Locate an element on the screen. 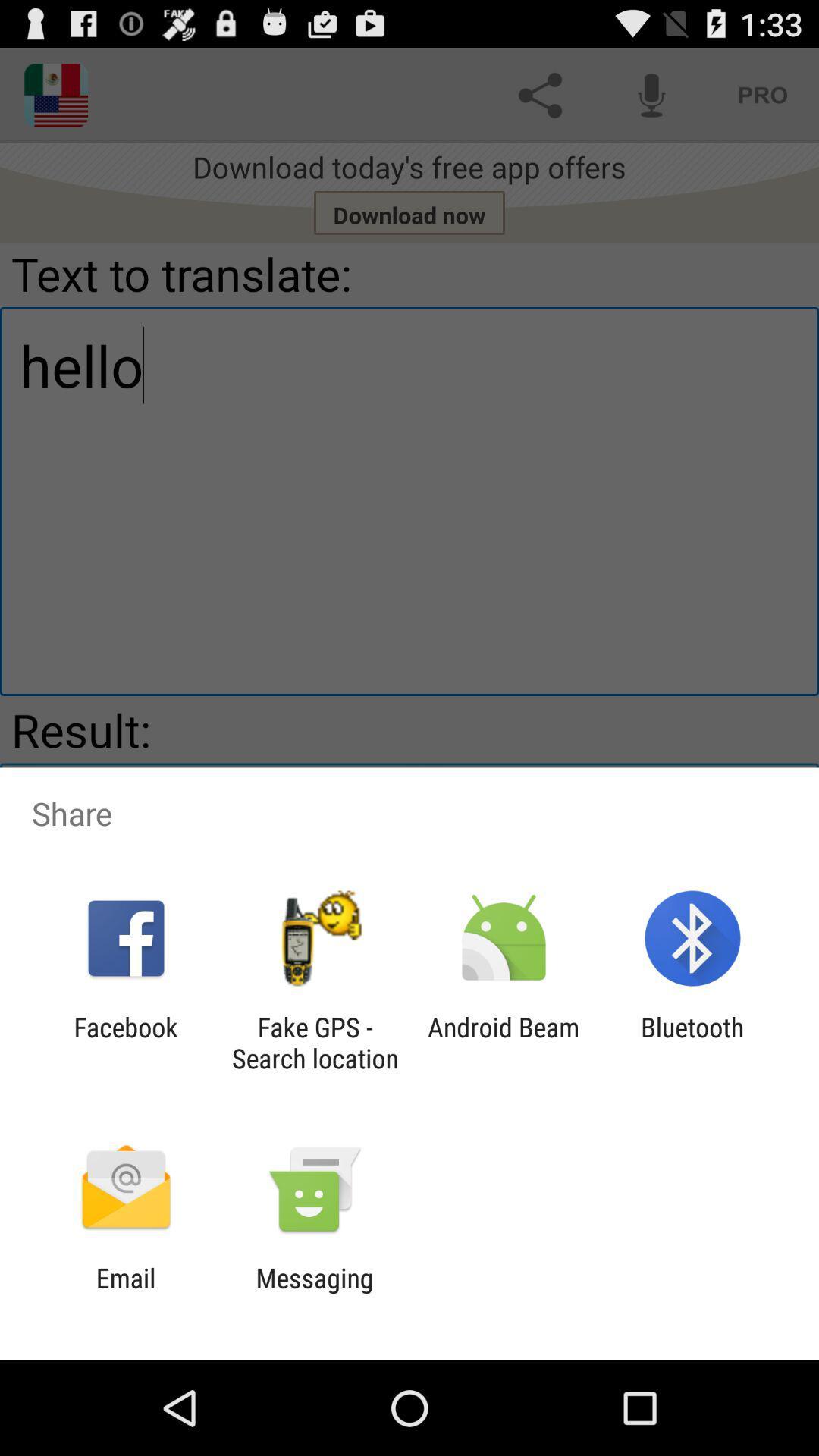  app next to fake gps search item is located at coordinates (504, 1042).